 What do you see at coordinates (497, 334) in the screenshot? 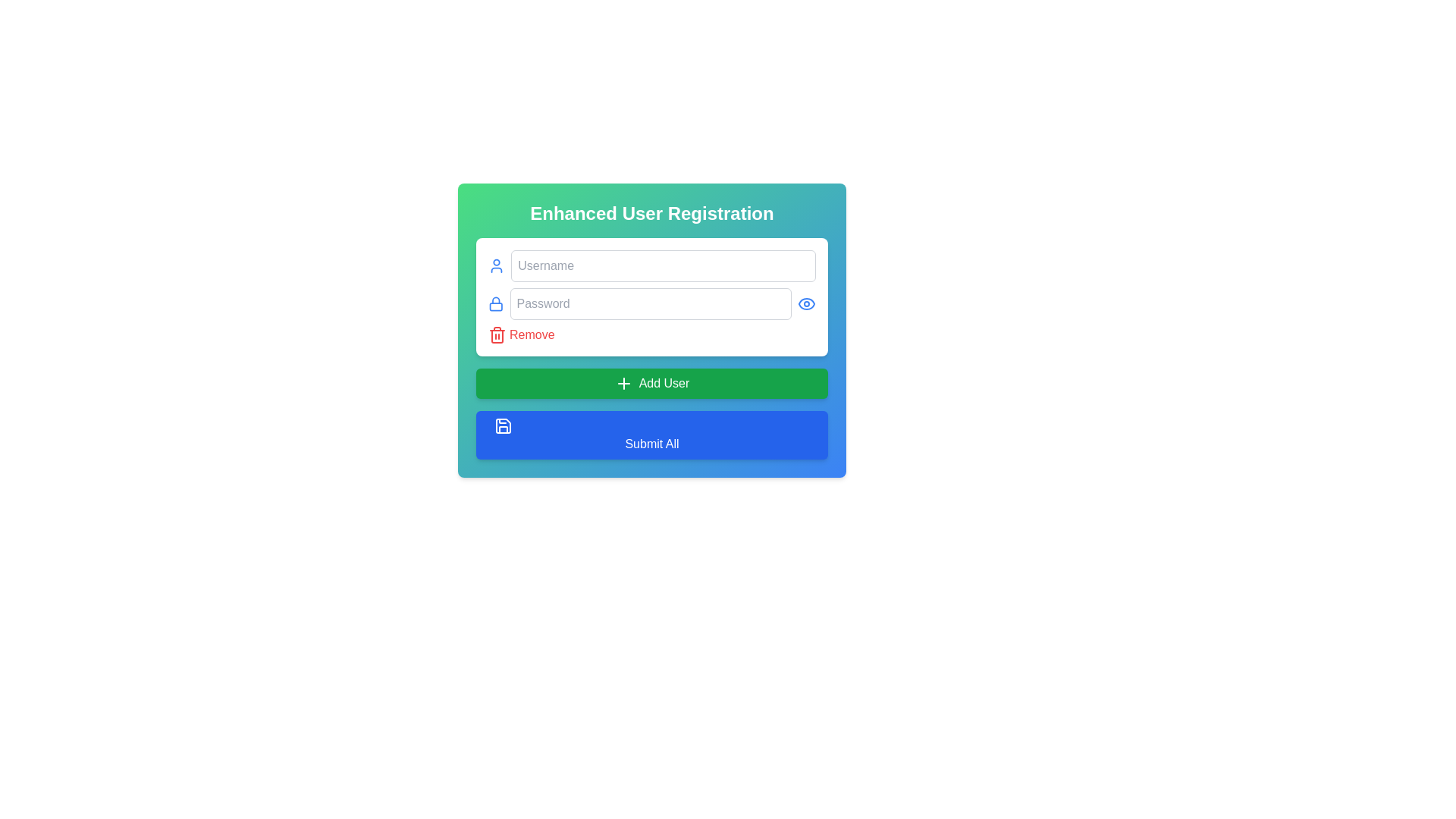
I see `the trash can icon button located directly under the password input field in the 'Enhanced User Registration' form` at bounding box center [497, 334].